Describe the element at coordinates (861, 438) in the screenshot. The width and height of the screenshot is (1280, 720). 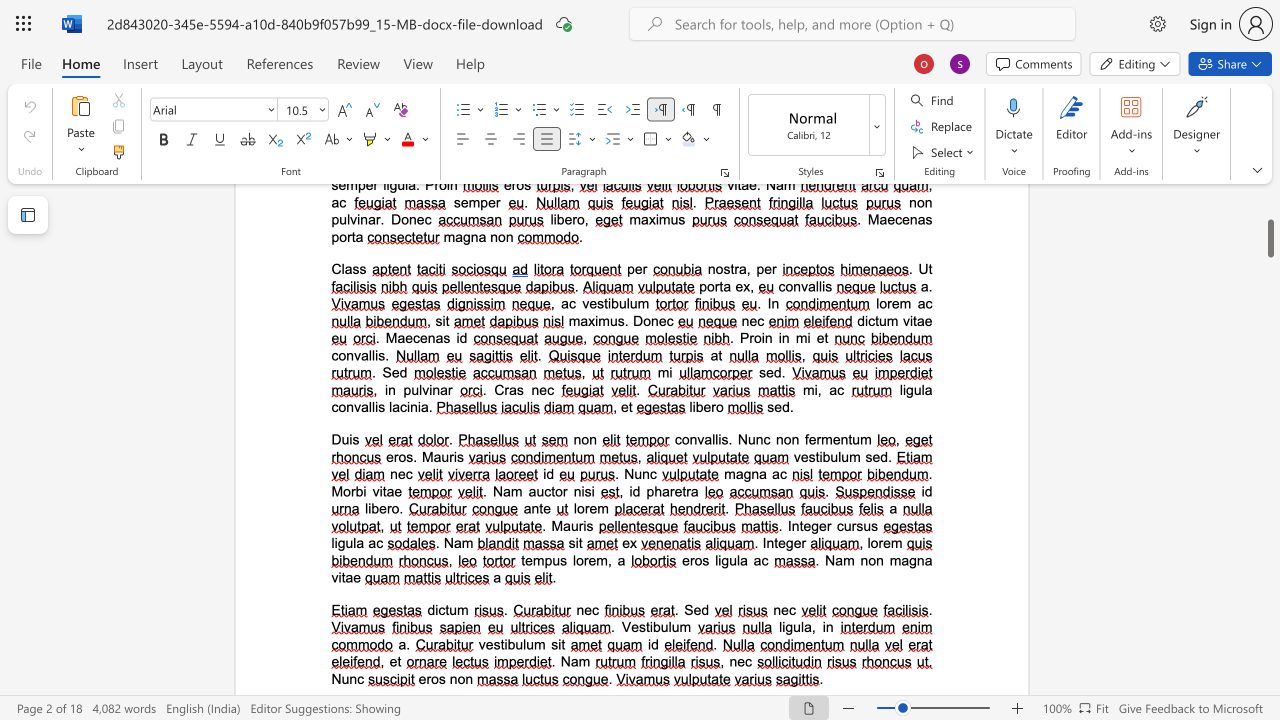
I see `the space between the continuous character "u" and "m" in the text` at that location.